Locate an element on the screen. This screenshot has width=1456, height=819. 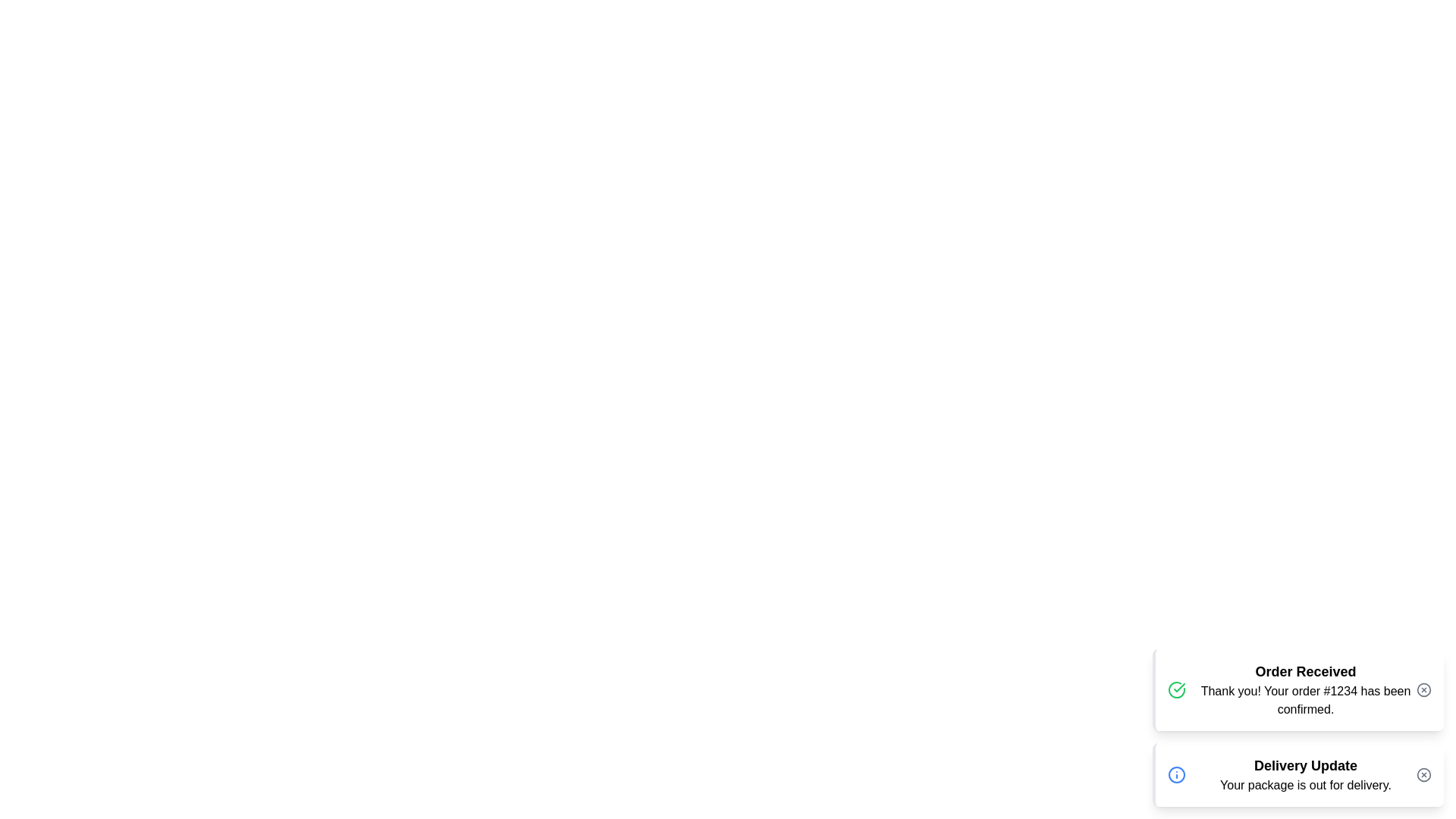
close button of the notification with title Delivery Update is located at coordinates (1423, 775).